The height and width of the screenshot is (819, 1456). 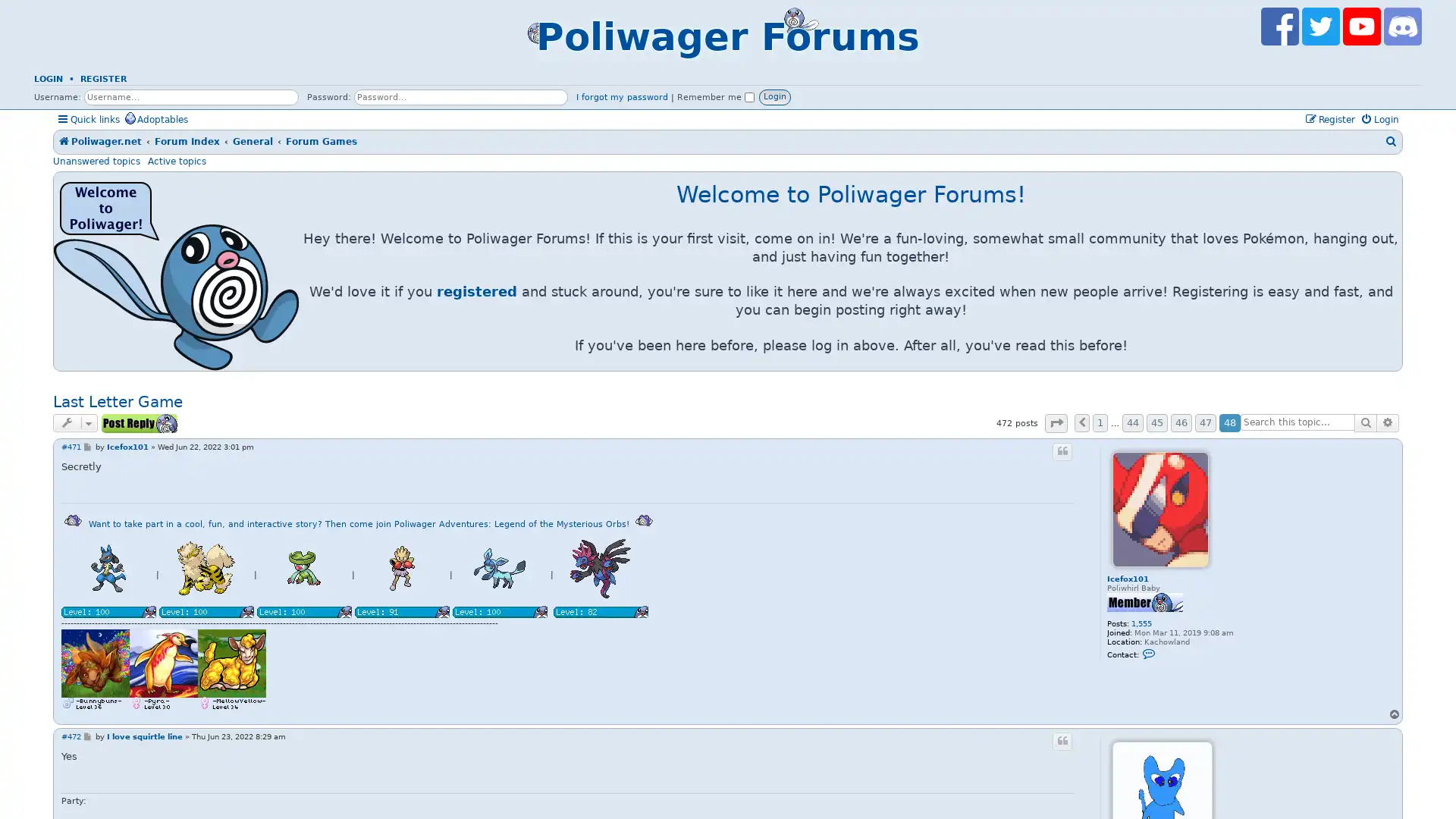 What do you see at coordinates (775, 96) in the screenshot?
I see `Login` at bounding box center [775, 96].